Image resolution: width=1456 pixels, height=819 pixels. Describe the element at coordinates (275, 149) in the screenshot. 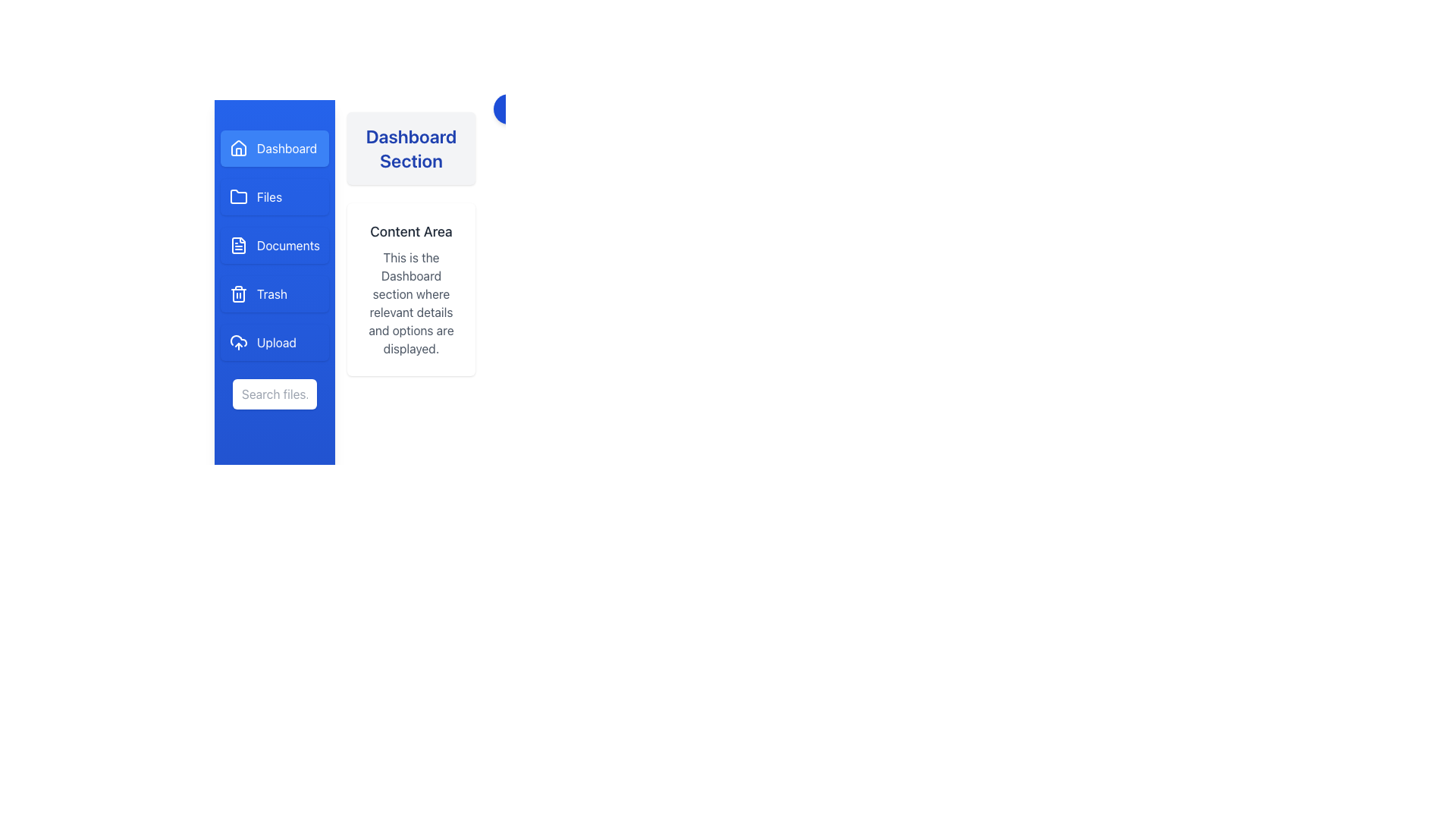

I see `the Dashboard button located at the top of the side navigation panel` at that location.